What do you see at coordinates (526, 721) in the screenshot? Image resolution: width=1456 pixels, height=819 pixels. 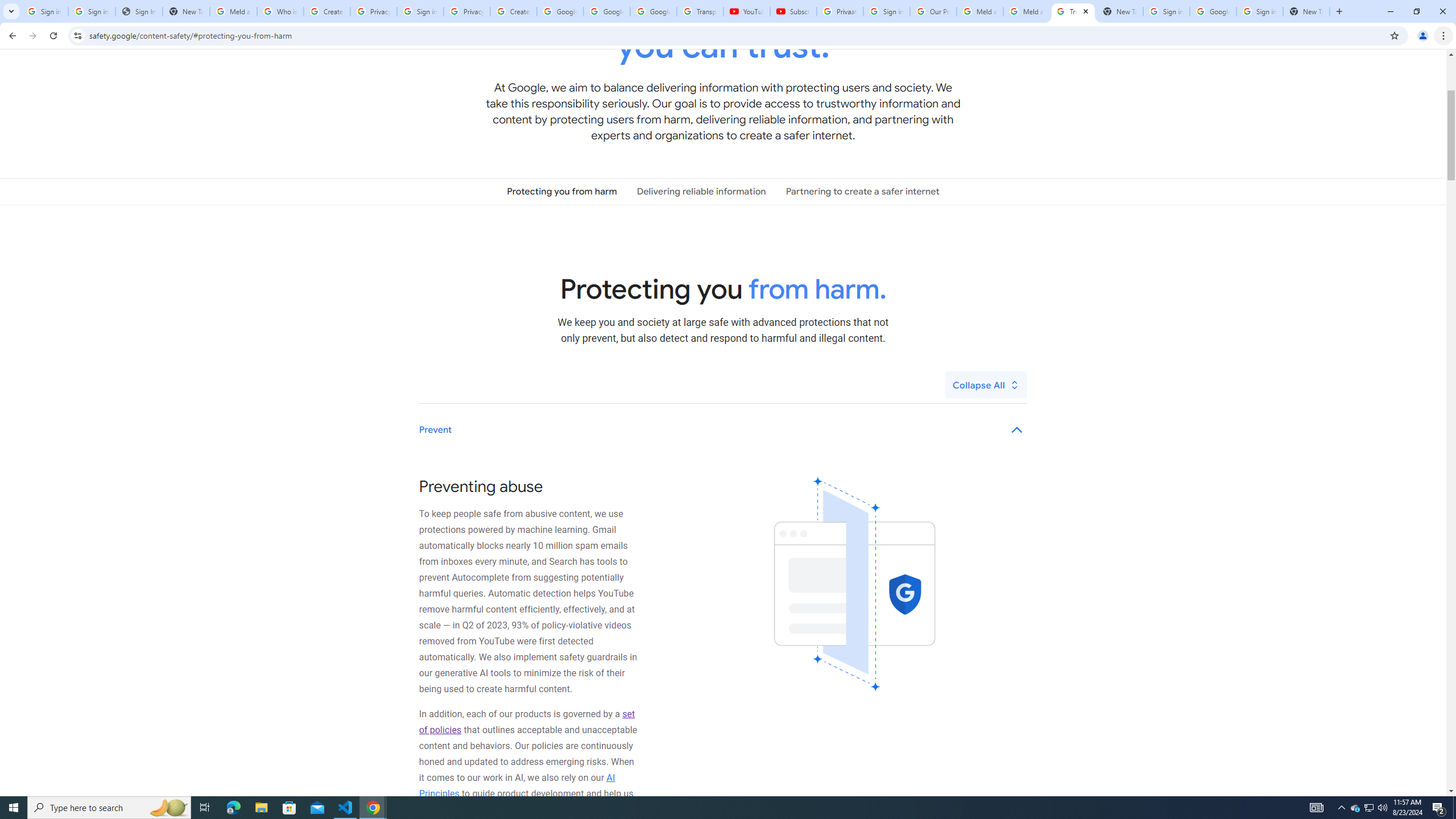 I see `'set of policies'` at bounding box center [526, 721].